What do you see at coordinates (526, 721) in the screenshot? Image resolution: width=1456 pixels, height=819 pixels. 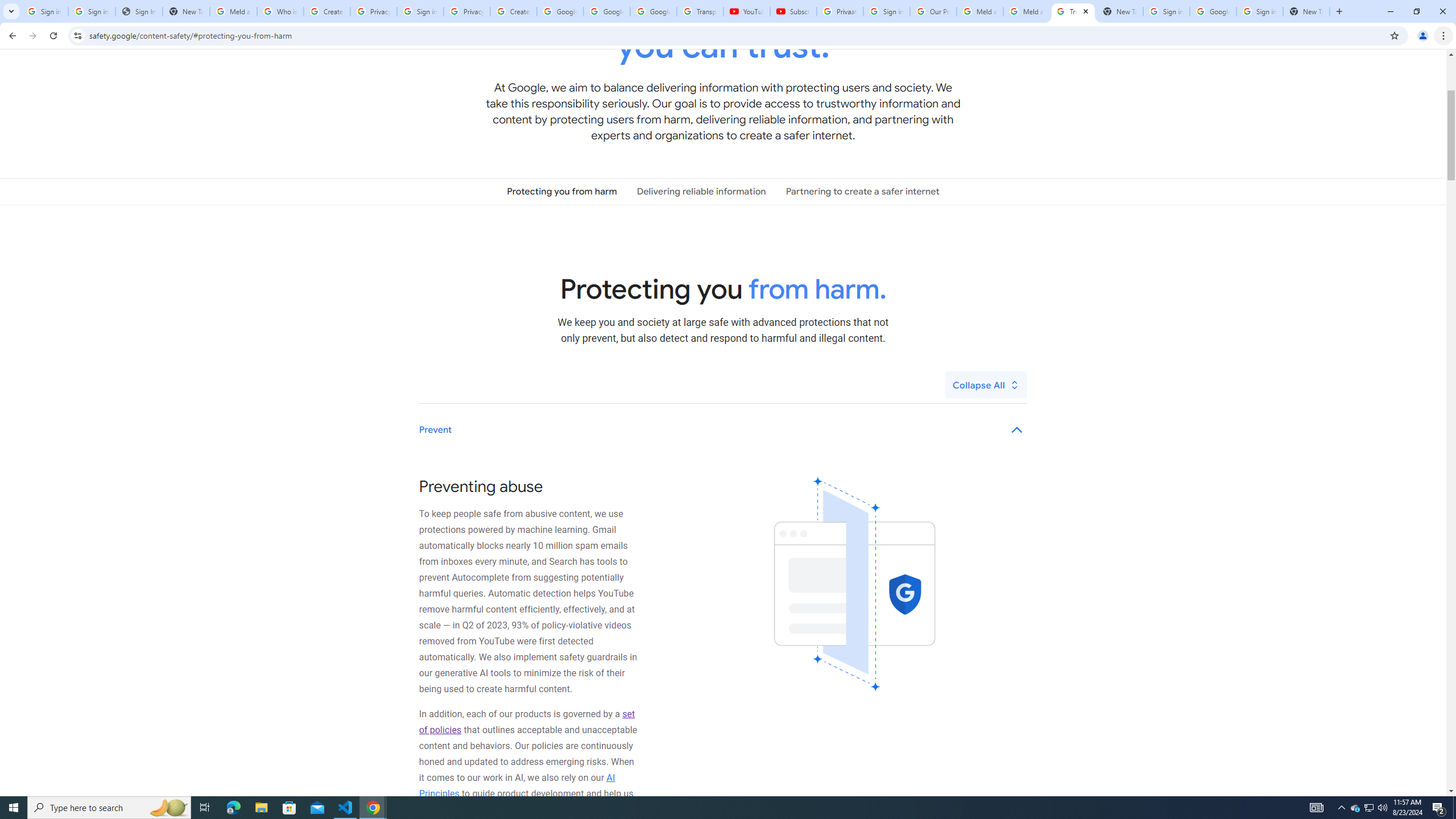 I see `'set of policies'` at bounding box center [526, 721].